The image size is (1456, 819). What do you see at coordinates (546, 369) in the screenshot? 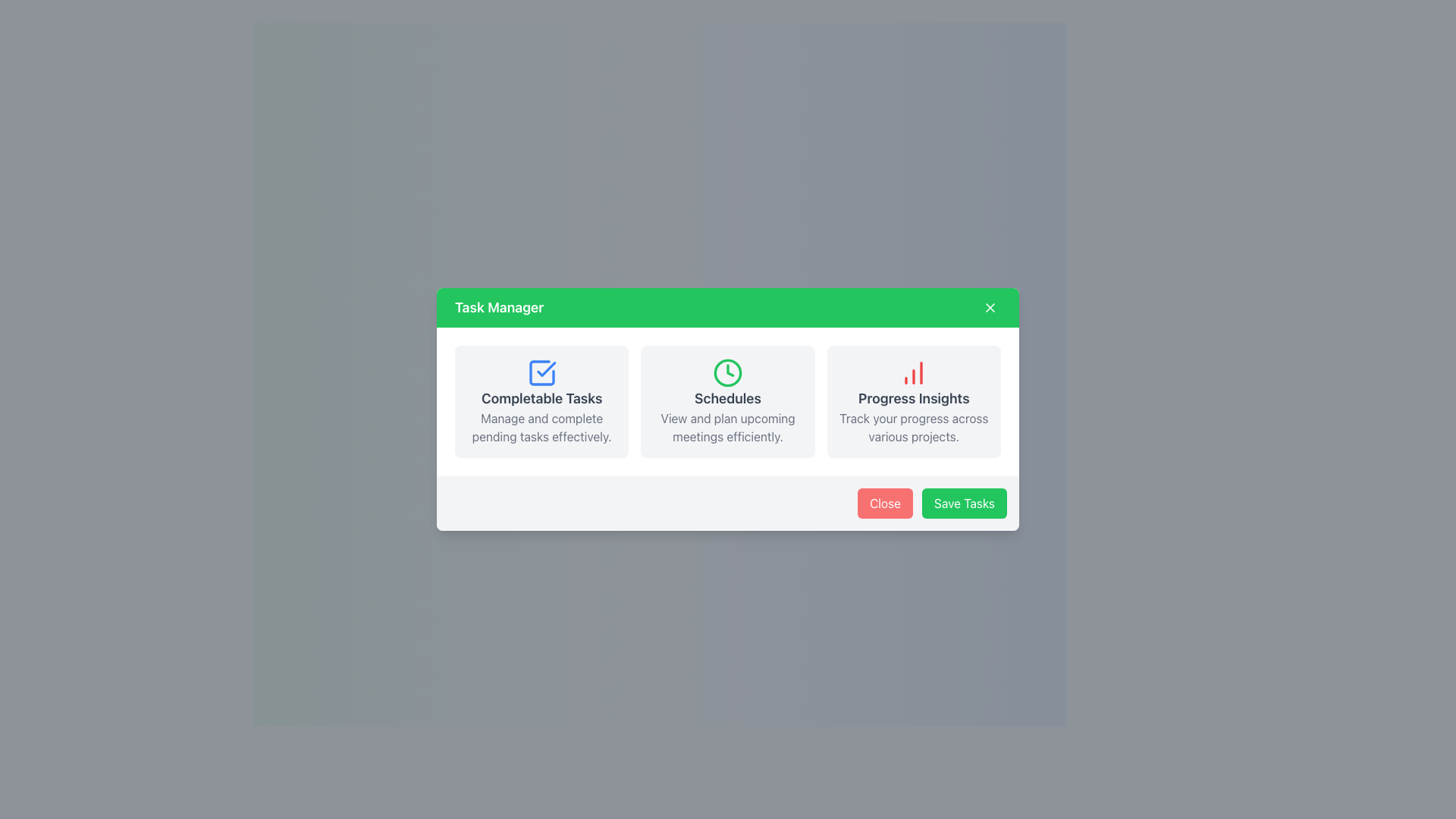
I see `the checkmark icon, which is a blue stroke designed as a stylized 'tick' within the square icon in the 'Completable Tasks' card` at bounding box center [546, 369].